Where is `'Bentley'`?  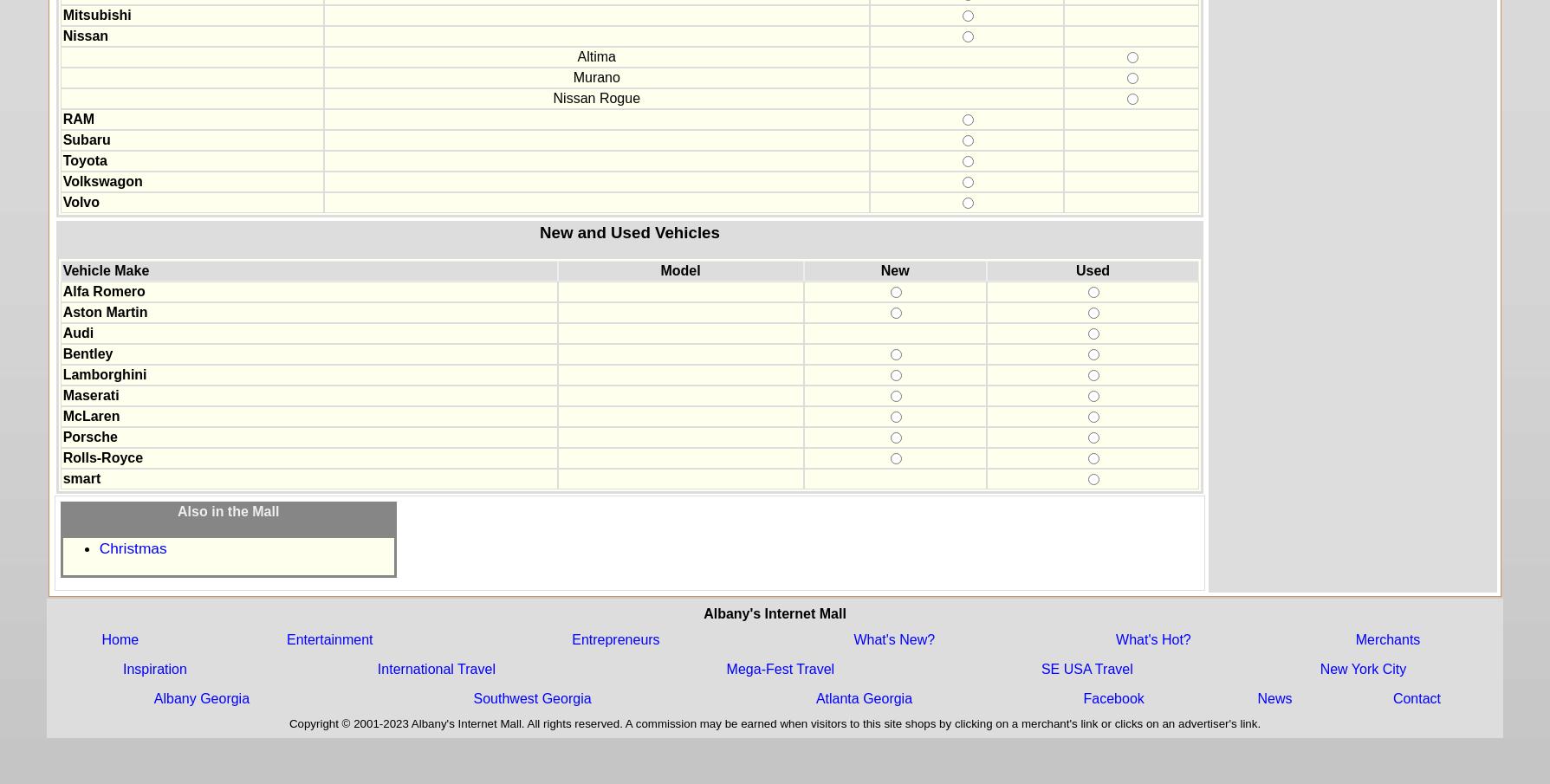 'Bentley' is located at coordinates (62, 353).